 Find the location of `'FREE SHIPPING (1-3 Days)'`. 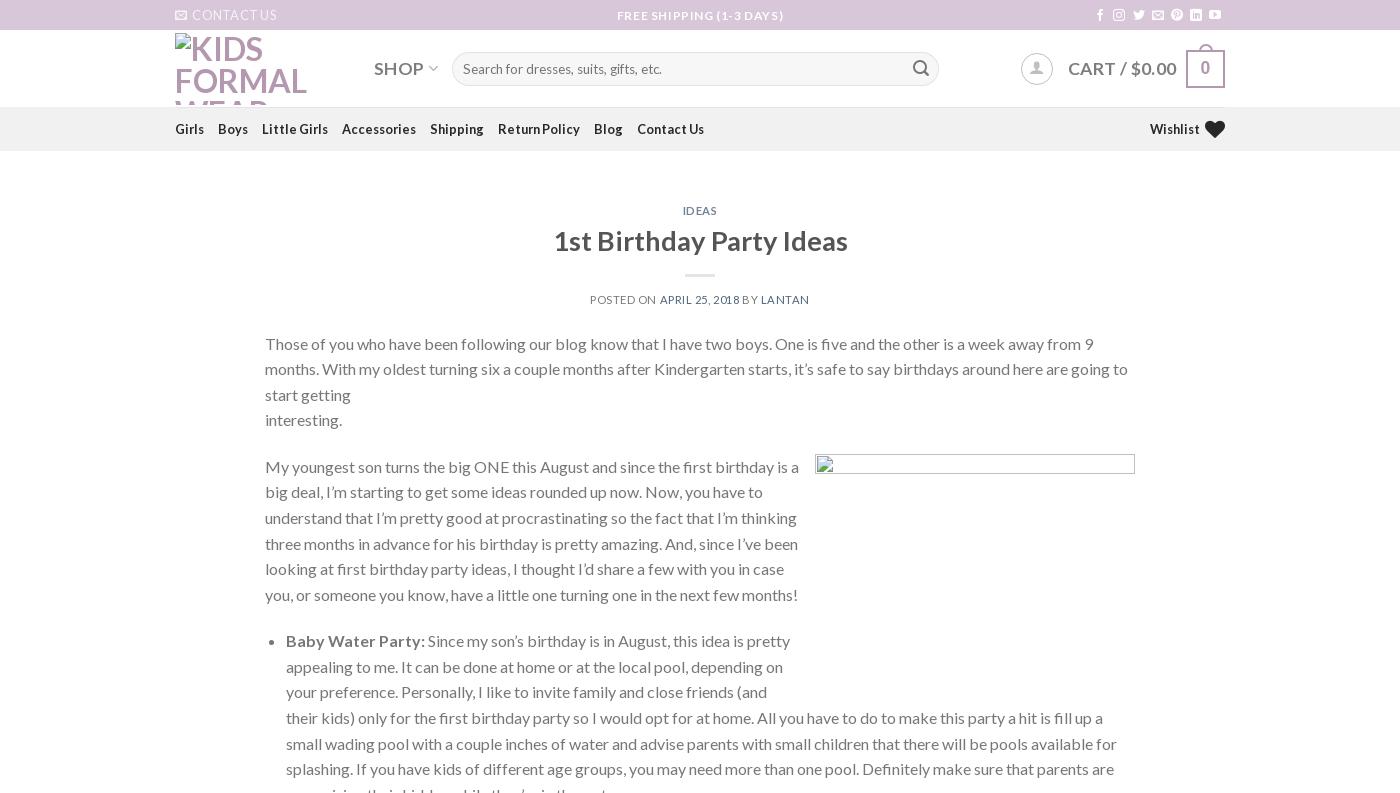

'FREE SHIPPING (1-3 Days)' is located at coordinates (699, 13).